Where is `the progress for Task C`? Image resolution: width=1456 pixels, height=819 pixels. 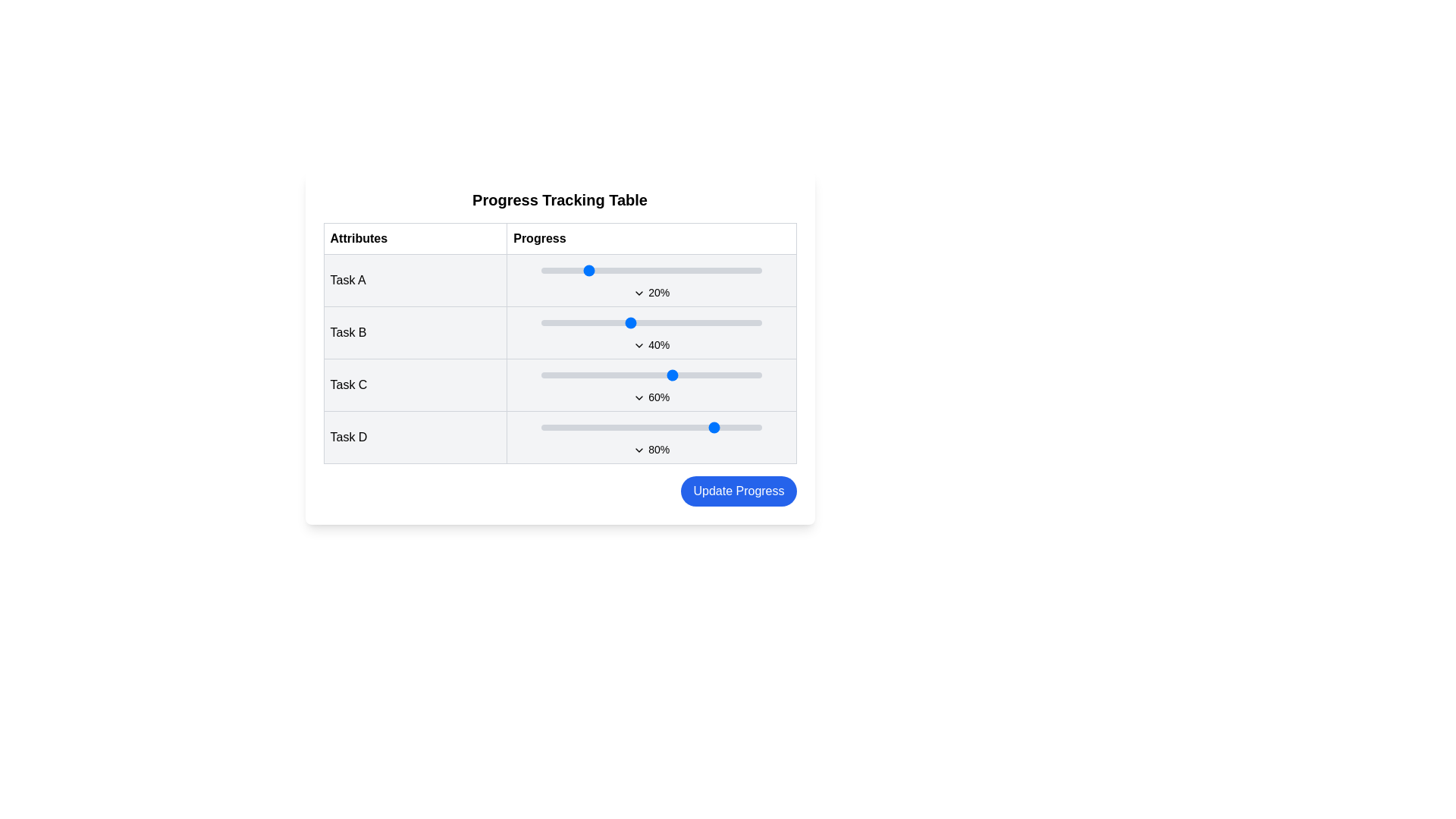
the progress for Task C is located at coordinates (549, 375).